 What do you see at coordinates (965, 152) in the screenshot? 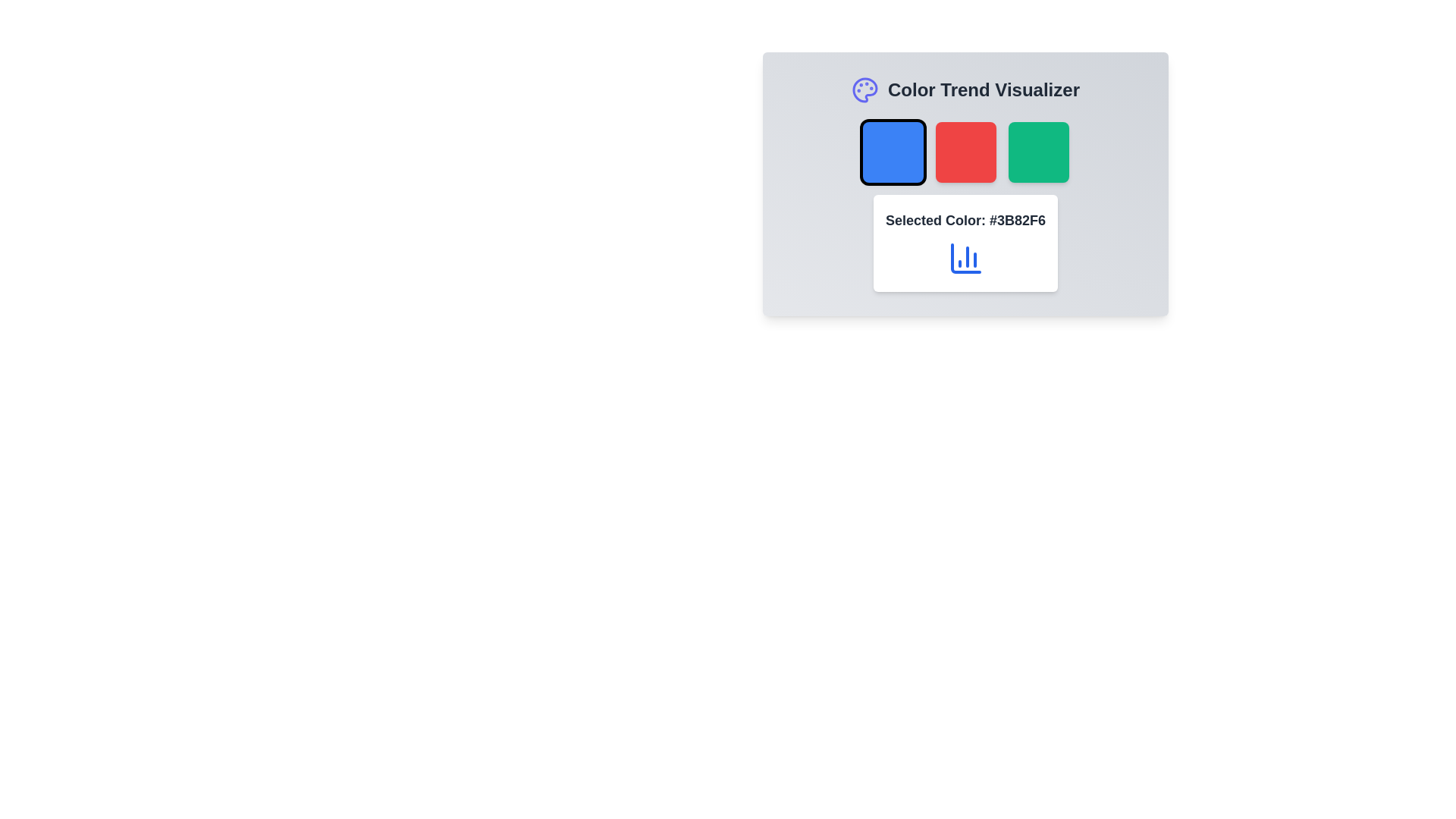
I see `the middle button in the color palette grid` at bounding box center [965, 152].